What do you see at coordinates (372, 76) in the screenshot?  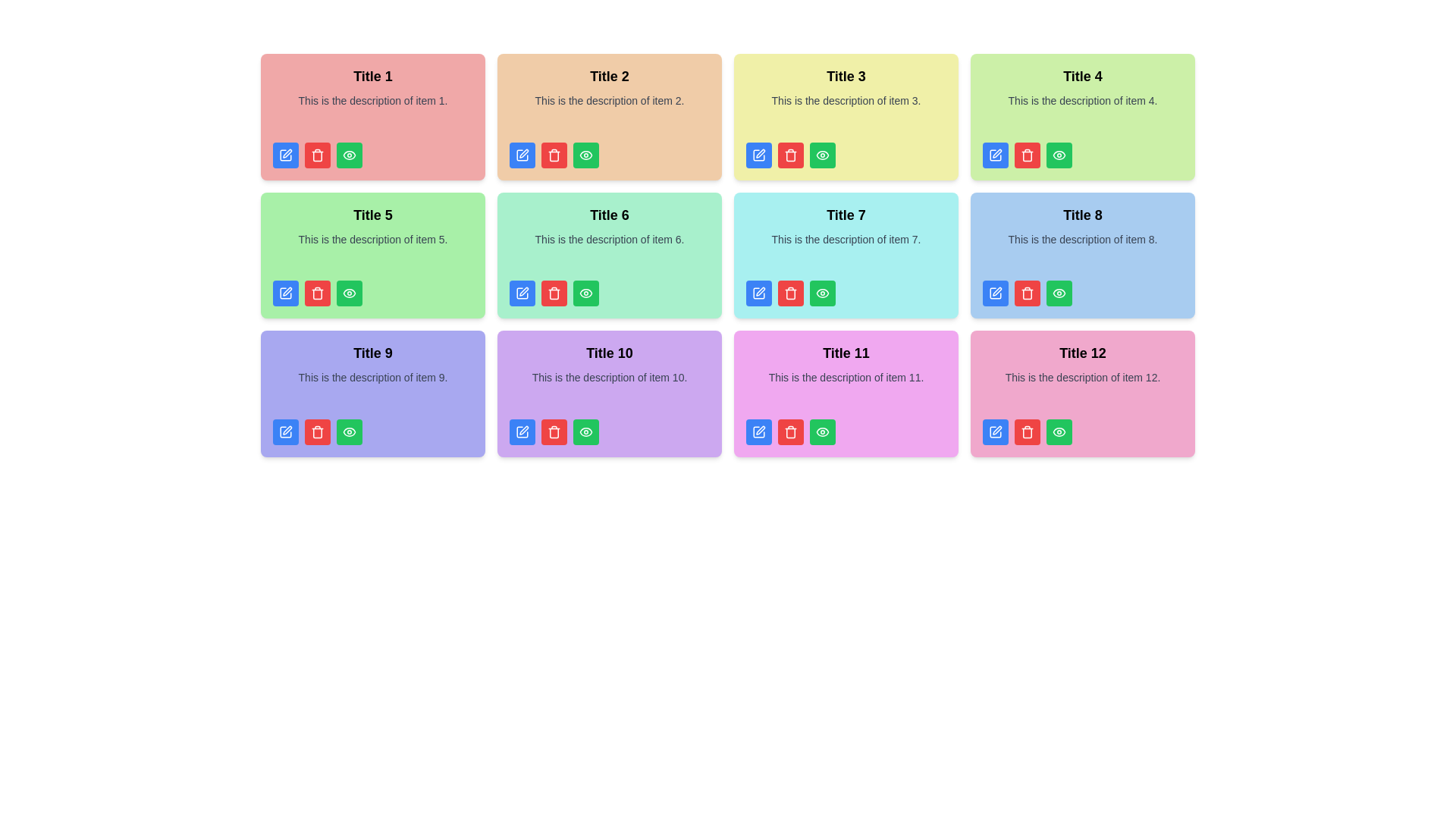 I see `text of the bold, black-text heading 'Title 1' located at the top of the upper-left card in a 4x3 grid layout` at bounding box center [372, 76].